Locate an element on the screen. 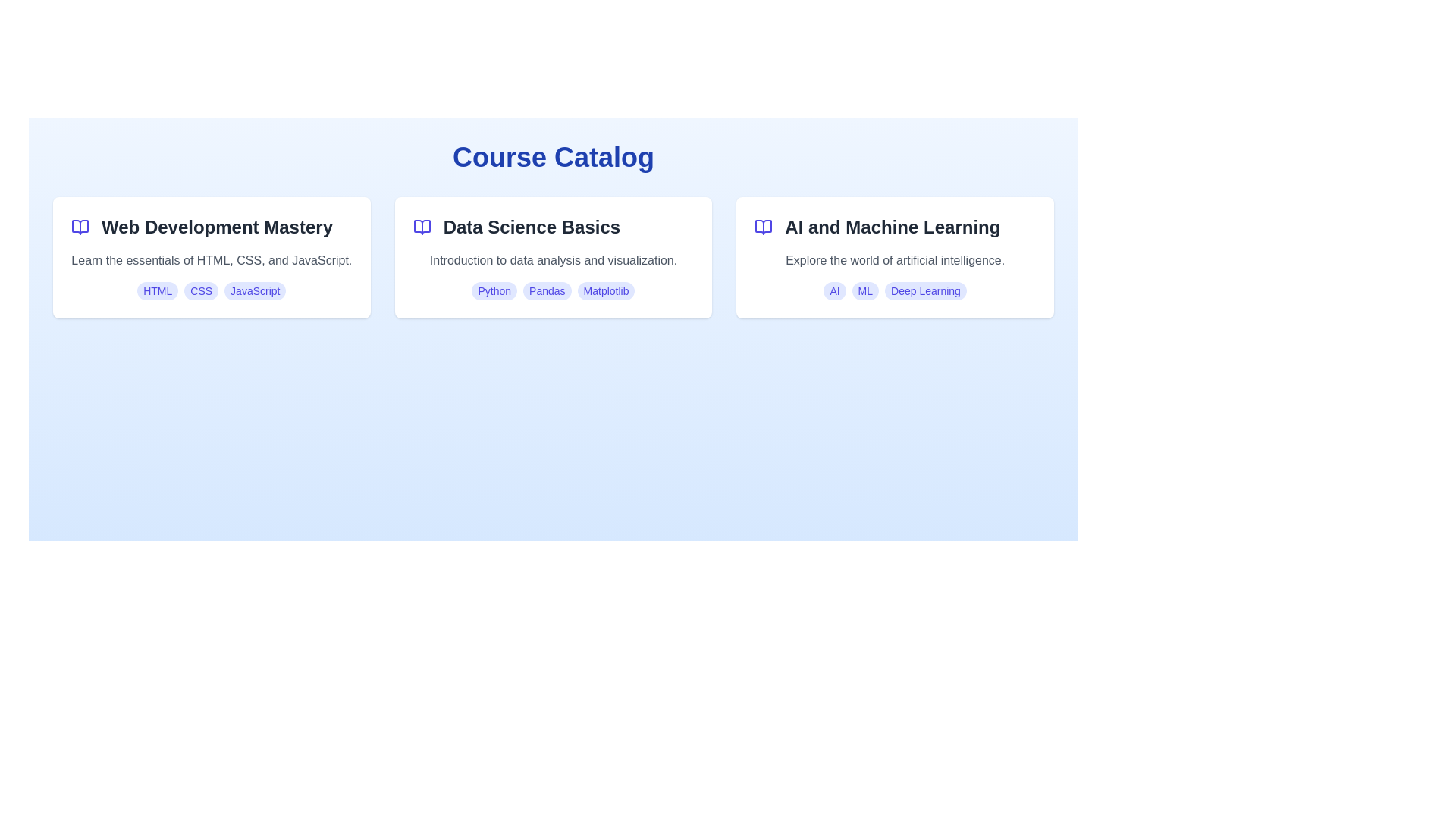  the JavaScript tag, which is the third tag in the horizontal row of technology indicators in the 'Web Development Mastery' section is located at coordinates (255, 291).